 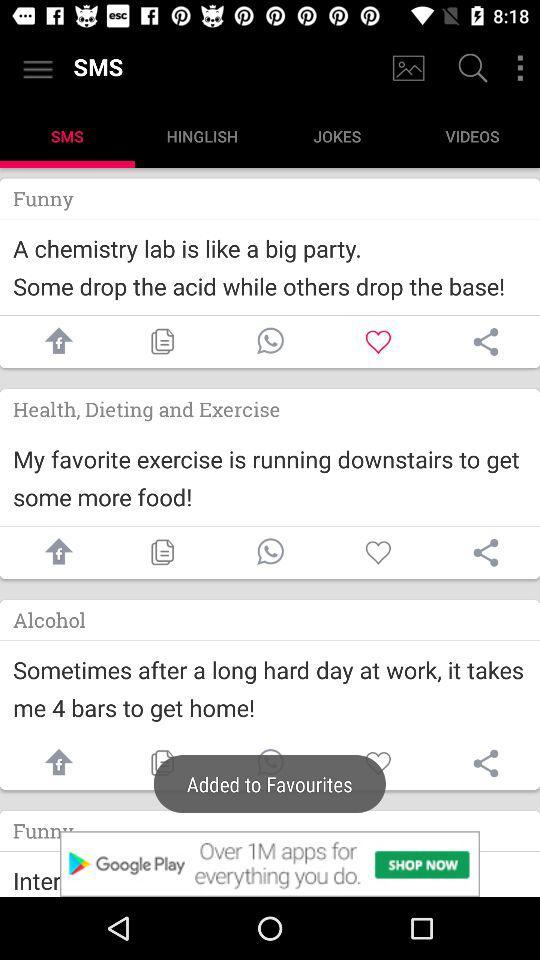 I want to click on share button, so click(x=485, y=762).